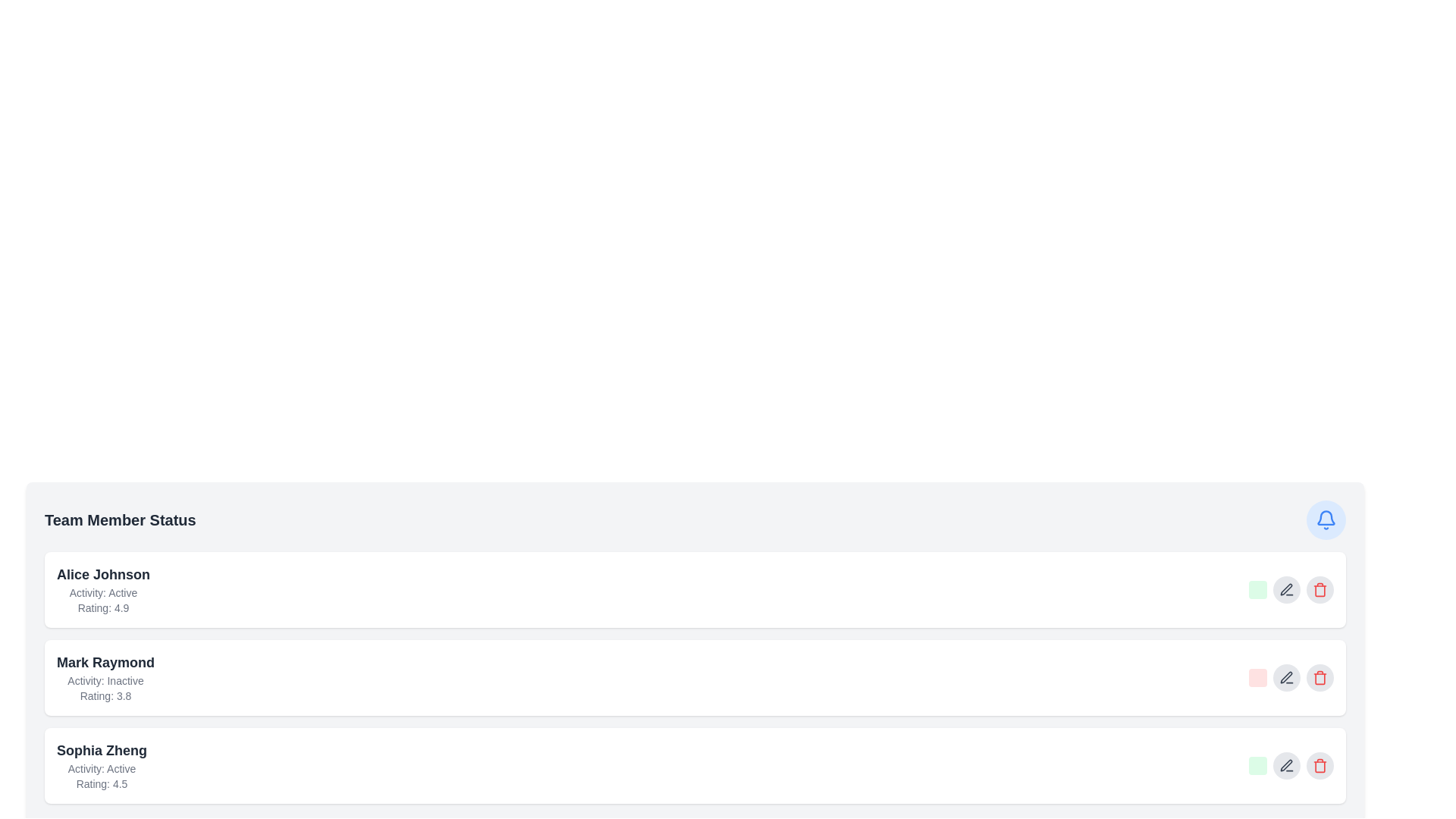 This screenshot has width=1456, height=819. What do you see at coordinates (1286, 766) in the screenshot?
I see `the edit button located in the third row of the member table to observe the hover effect` at bounding box center [1286, 766].